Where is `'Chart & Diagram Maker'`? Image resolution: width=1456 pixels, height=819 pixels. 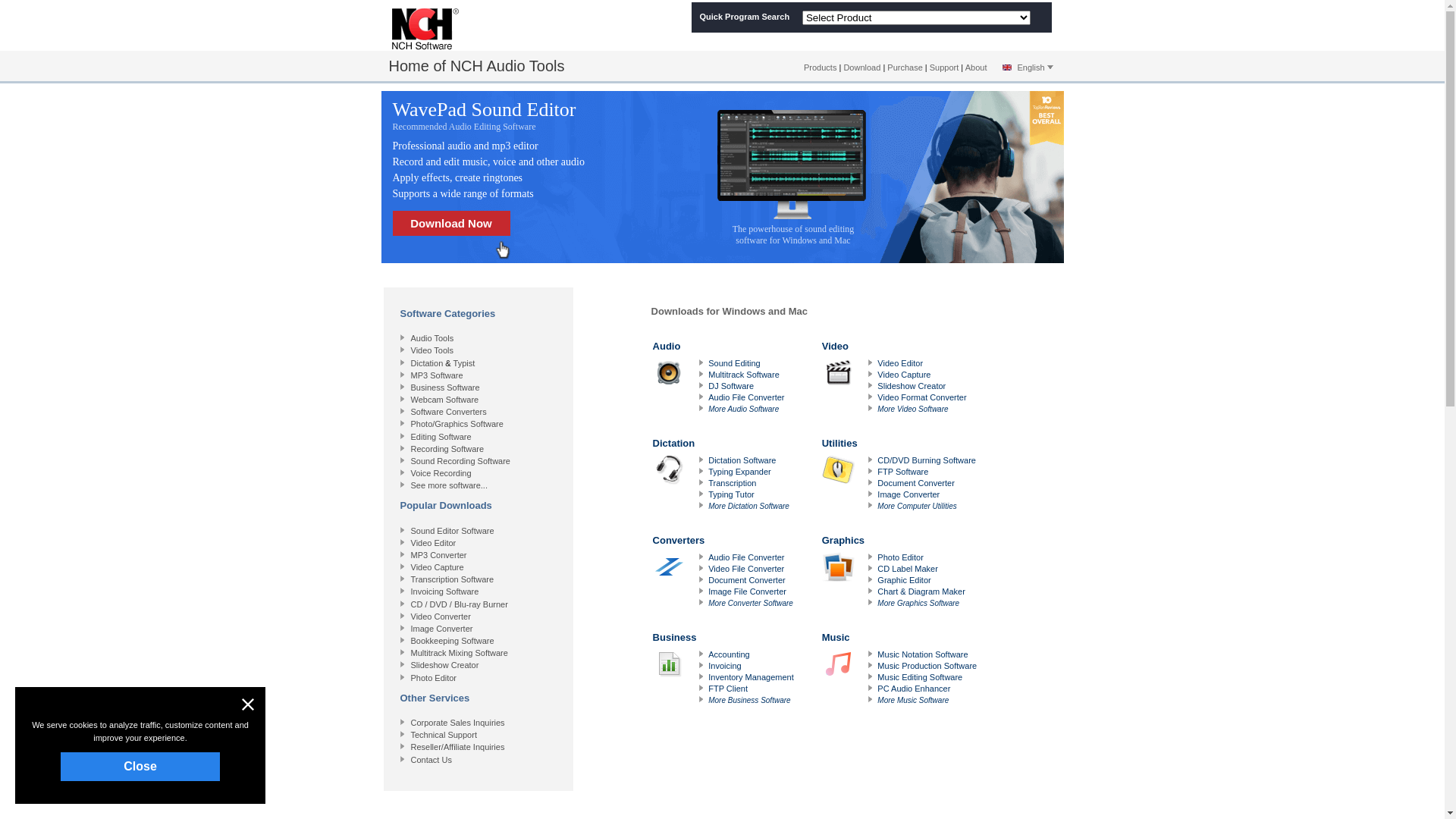 'Chart & Diagram Maker' is located at coordinates (920, 590).